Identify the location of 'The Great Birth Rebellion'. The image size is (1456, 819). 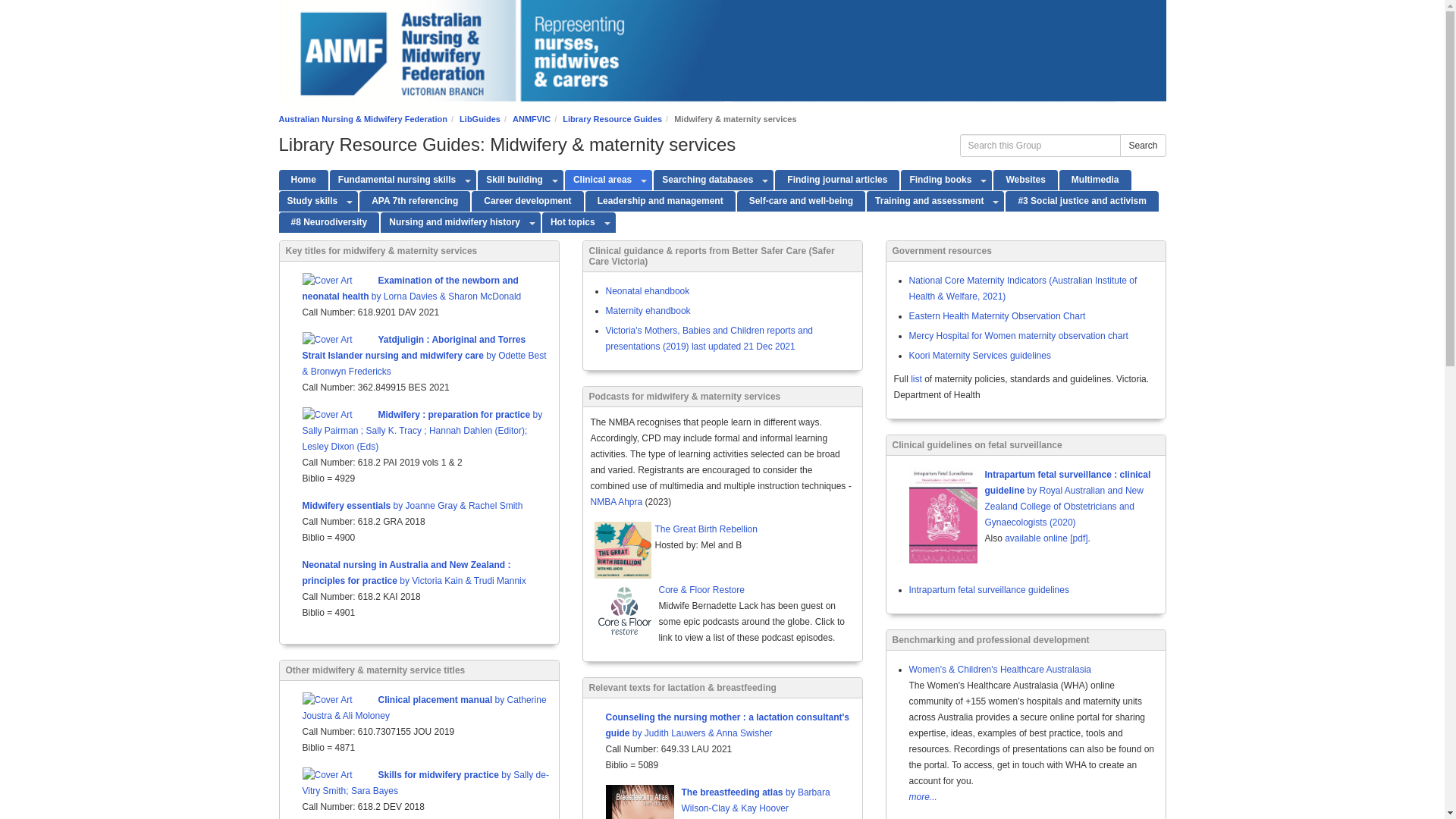
(655, 529).